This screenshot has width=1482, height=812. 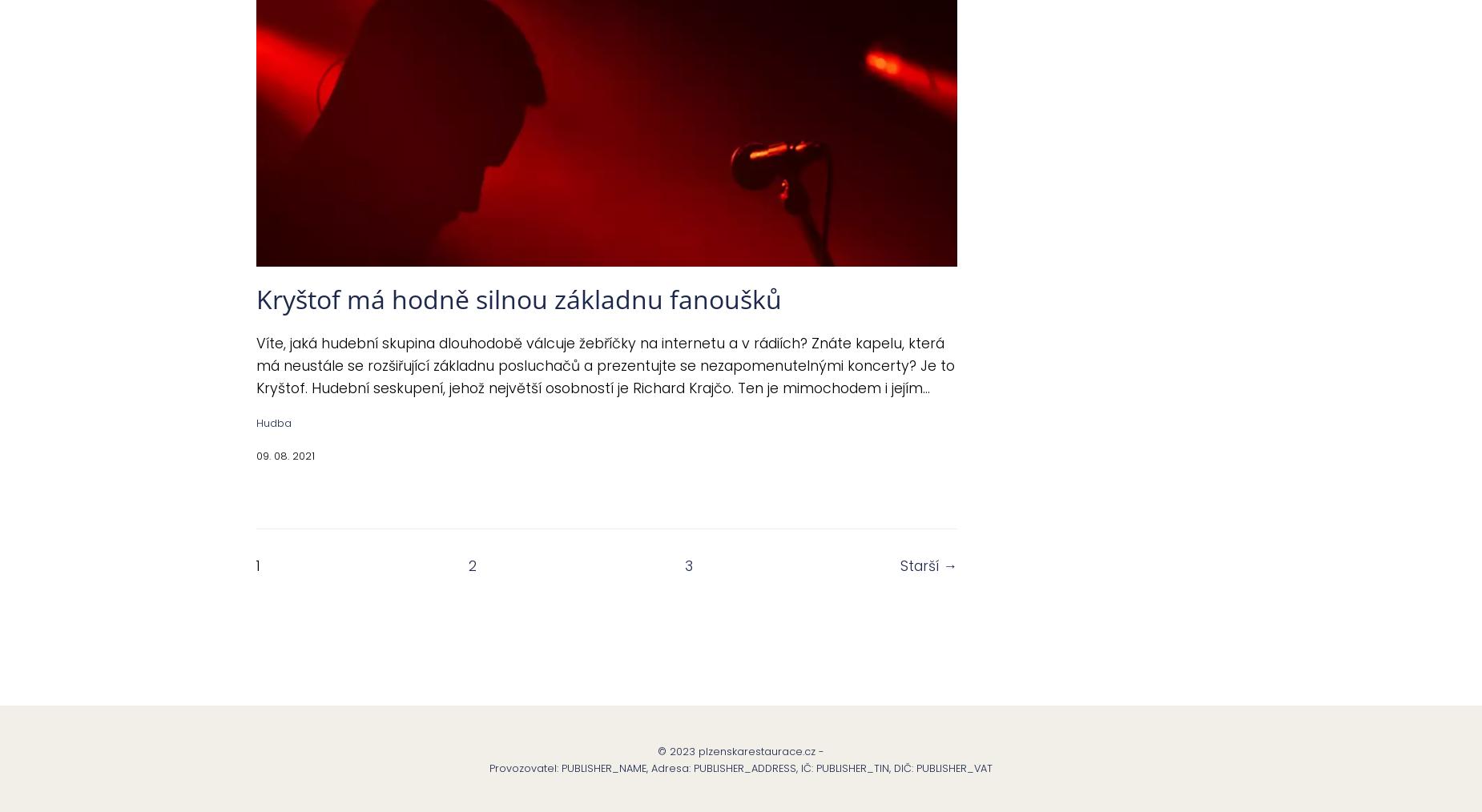 I want to click on '2', so click(x=472, y=565).